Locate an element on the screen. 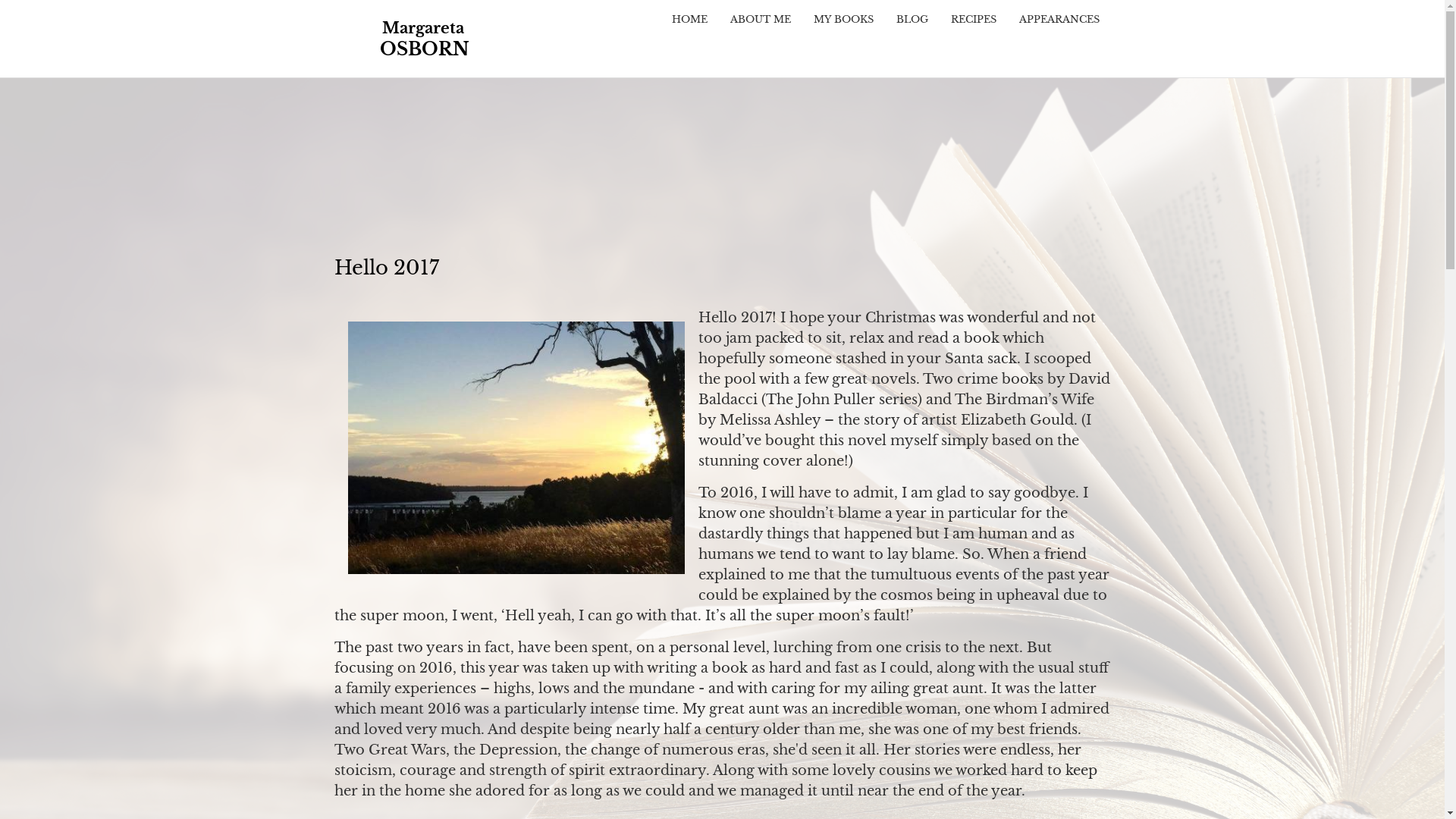 This screenshot has width=1456, height=819. 'APPEARANCES' is located at coordinates (1007, 19).